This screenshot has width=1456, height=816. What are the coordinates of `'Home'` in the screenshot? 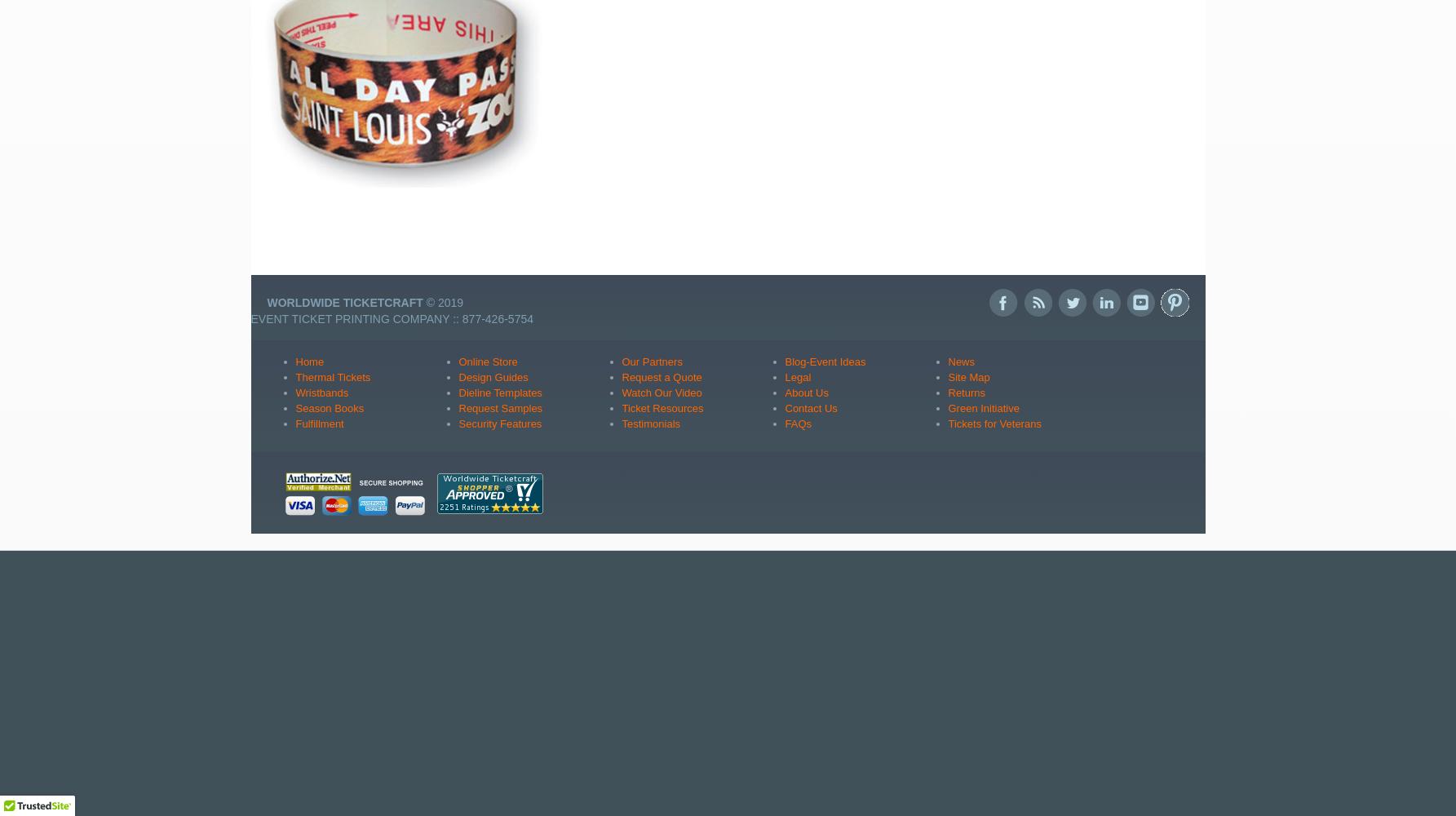 It's located at (309, 360).